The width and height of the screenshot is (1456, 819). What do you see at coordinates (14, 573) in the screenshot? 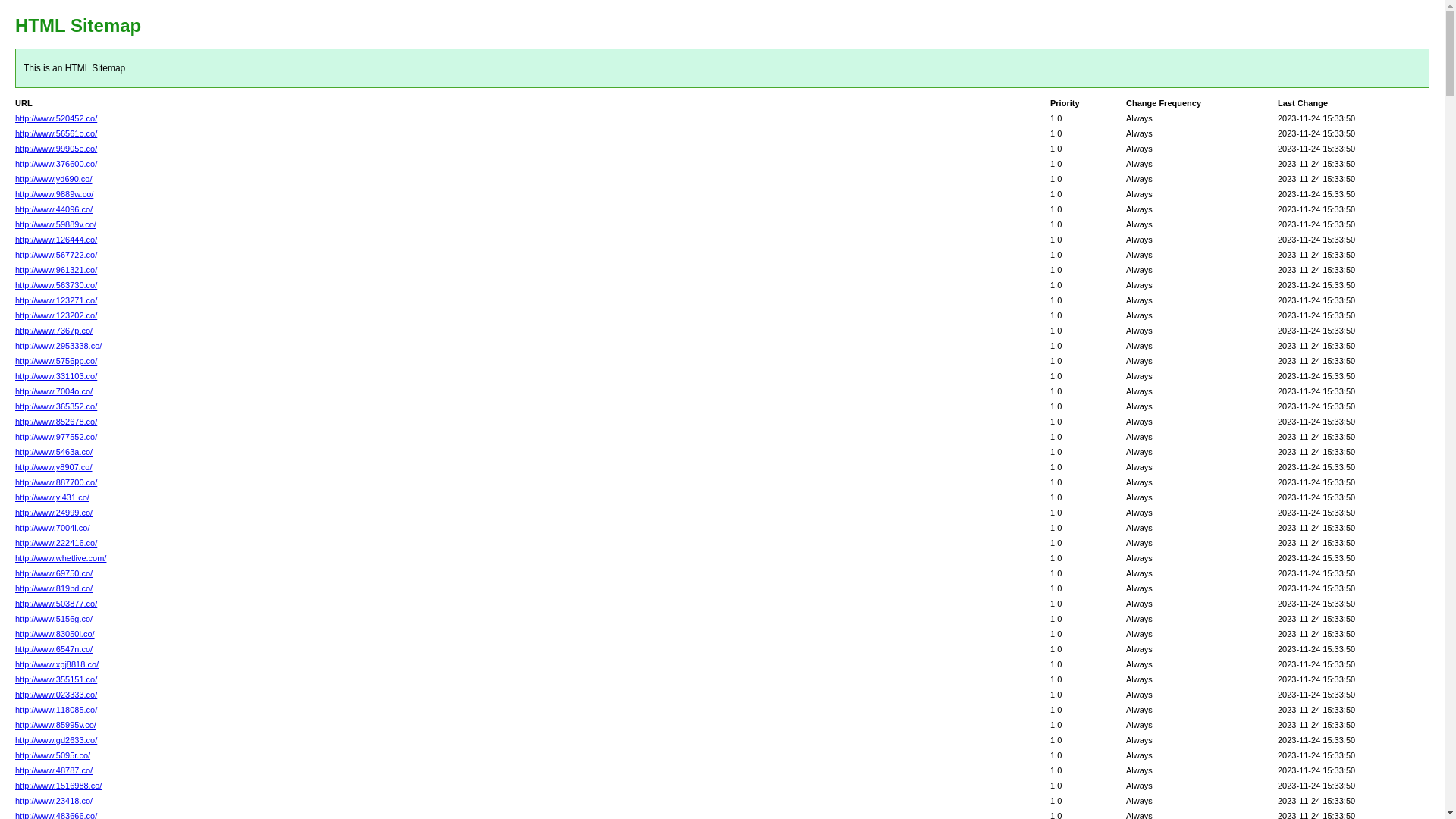
I see `'http://www.69750.co/'` at bounding box center [14, 573].